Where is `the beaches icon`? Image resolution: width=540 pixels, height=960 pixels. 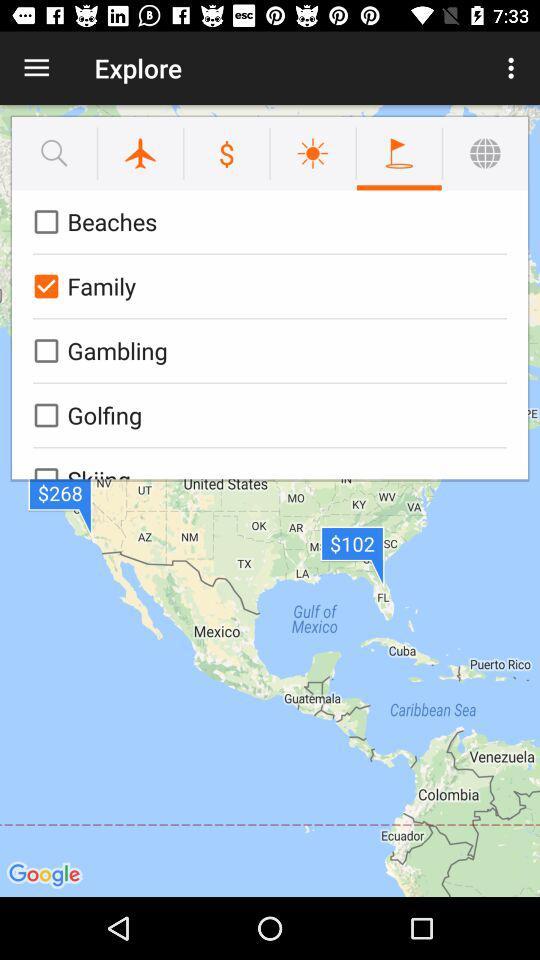 the beaches icon is located at coordinates (266, 221).